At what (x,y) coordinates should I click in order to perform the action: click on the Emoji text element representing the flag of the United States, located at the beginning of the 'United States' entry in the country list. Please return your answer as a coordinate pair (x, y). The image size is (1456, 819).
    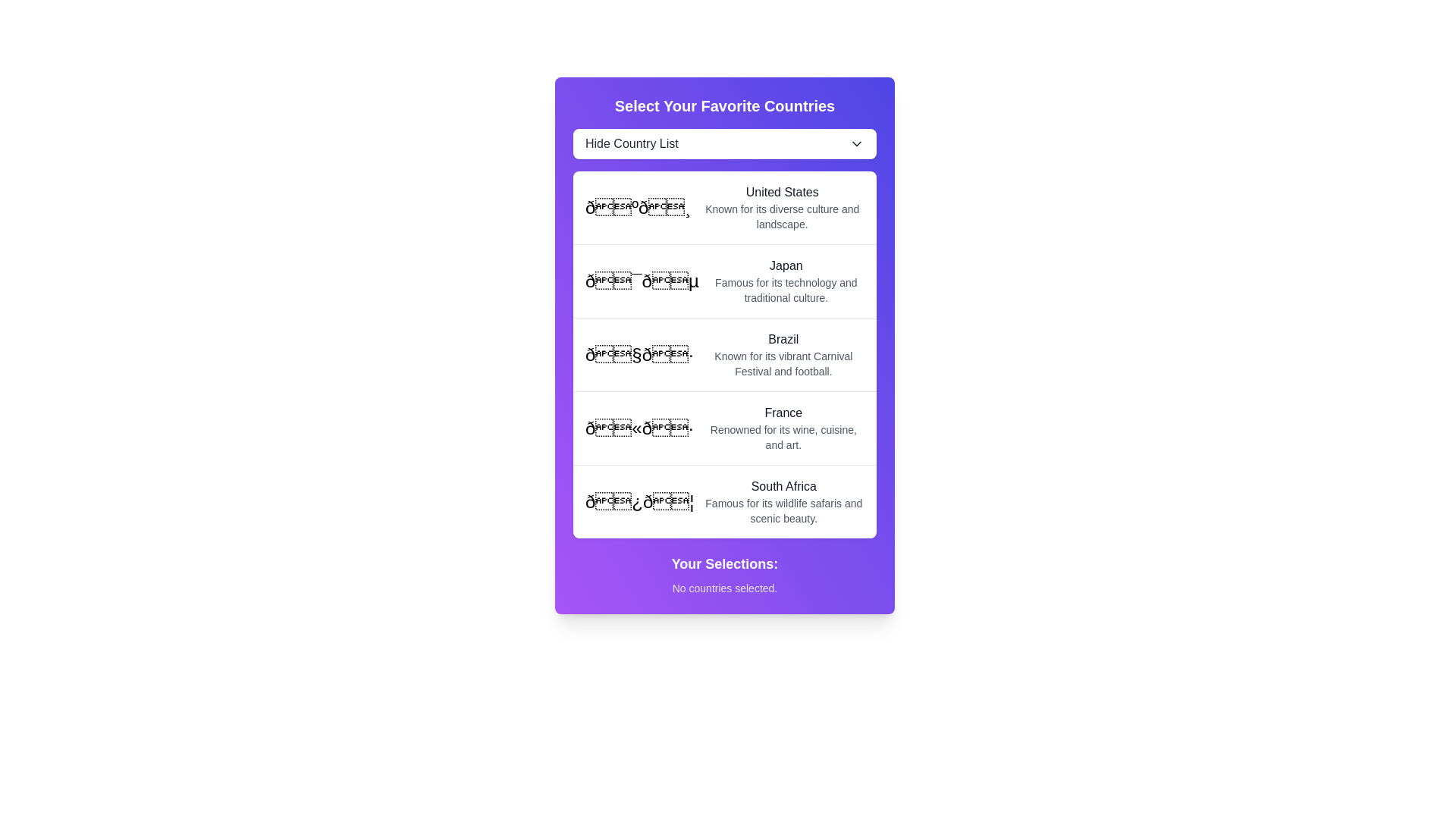
    Looking at the image, I should click on (638, 207).